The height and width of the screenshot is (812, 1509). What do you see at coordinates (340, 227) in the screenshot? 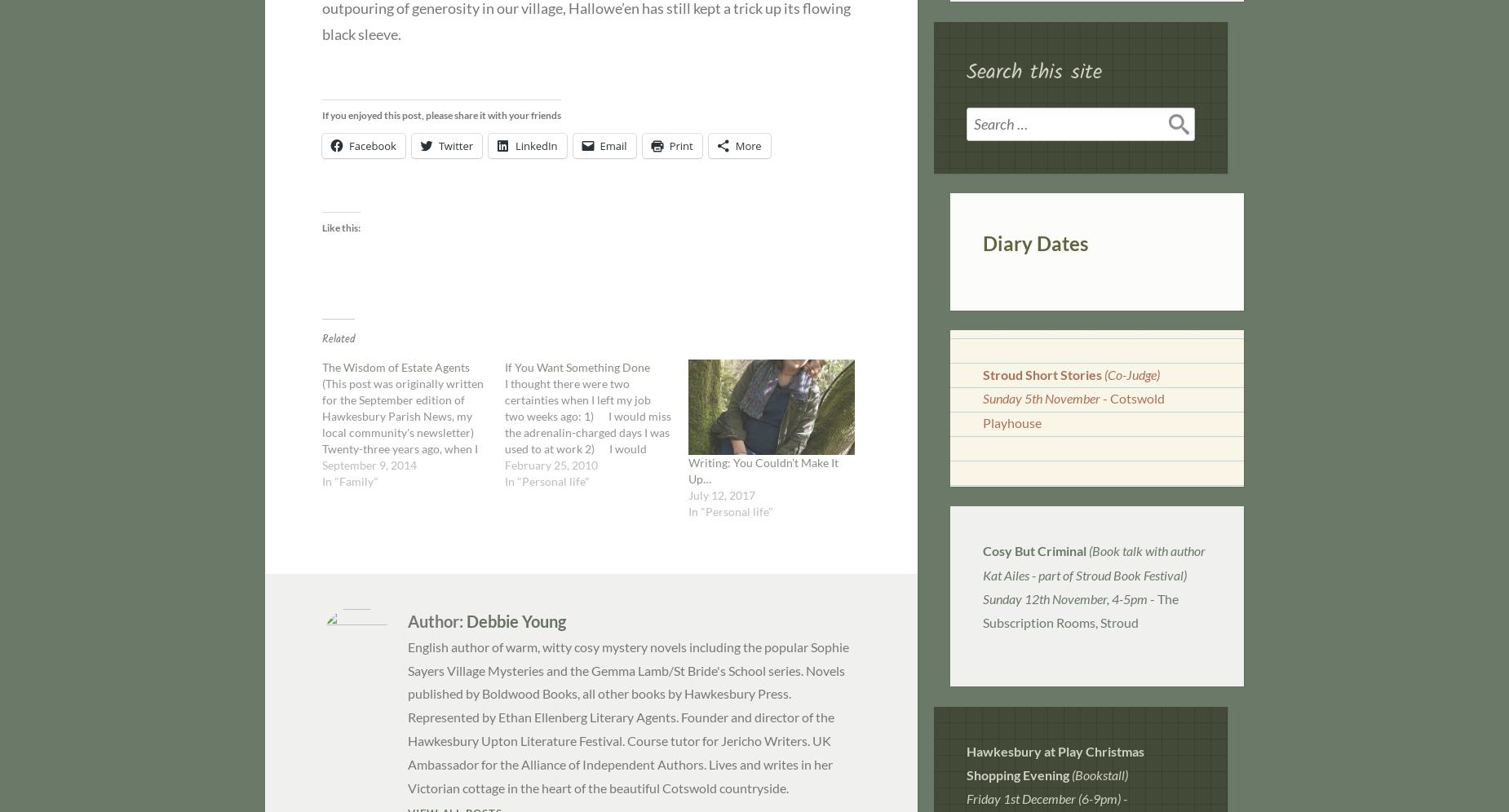
I see `'Like this:'` at bounding box center [340, 227].